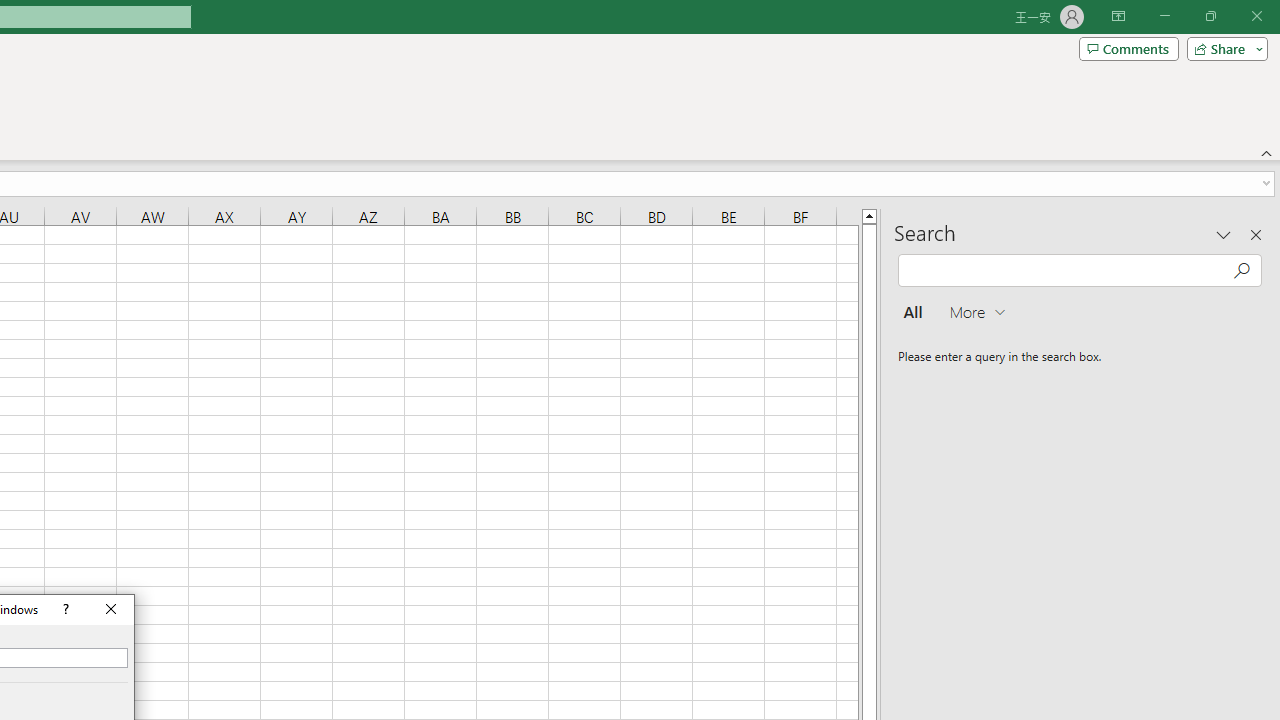 The width and height of the screenshot is (1280, 720). Describe the element at coordinates (1209, 16) in the screenshot. I see `'Restore Down'` at that location.